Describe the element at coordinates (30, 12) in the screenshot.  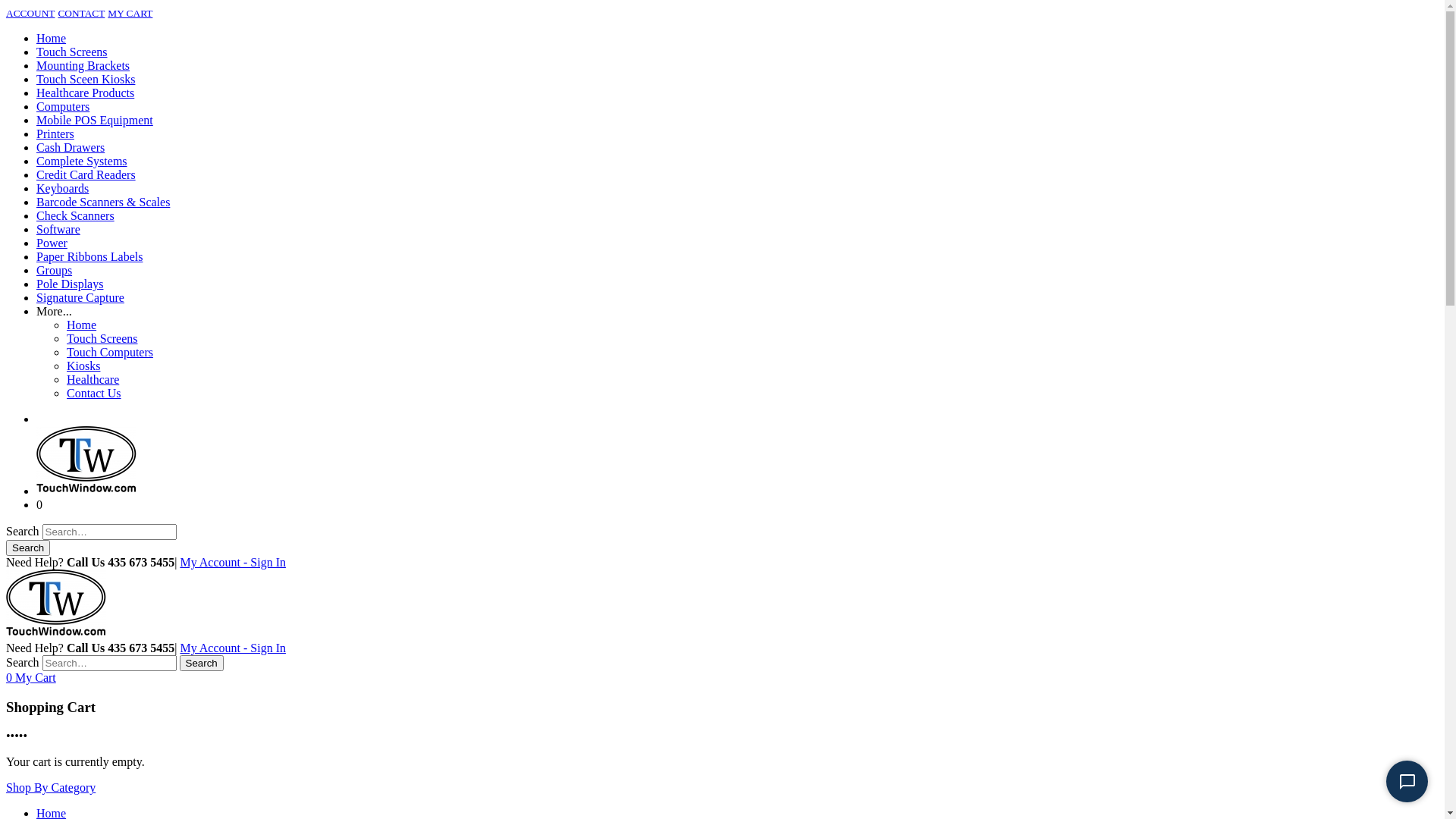
I see `'ACCOUNT'` at that location.